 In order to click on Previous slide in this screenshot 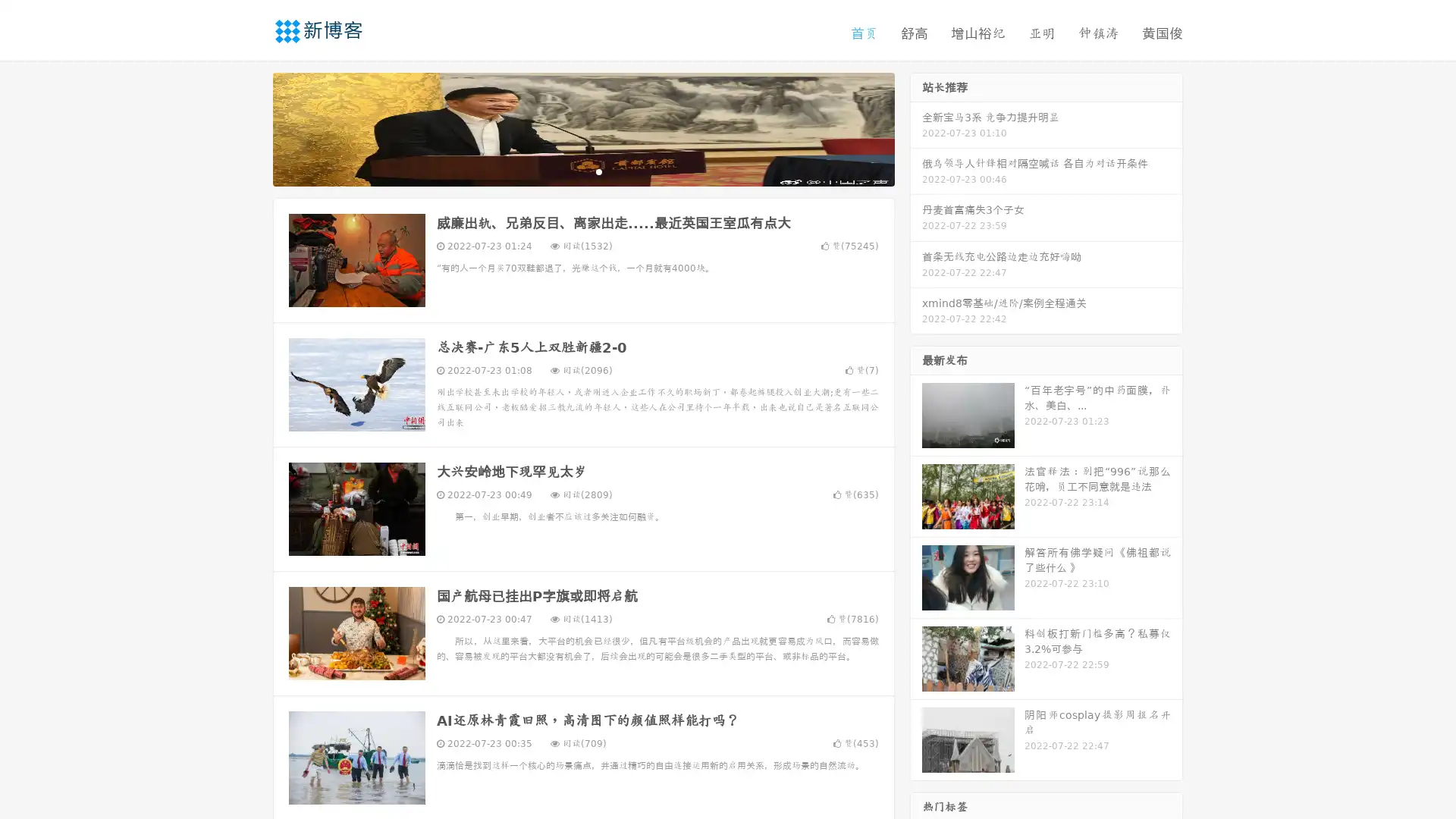, I will do `click(250, 127)`.